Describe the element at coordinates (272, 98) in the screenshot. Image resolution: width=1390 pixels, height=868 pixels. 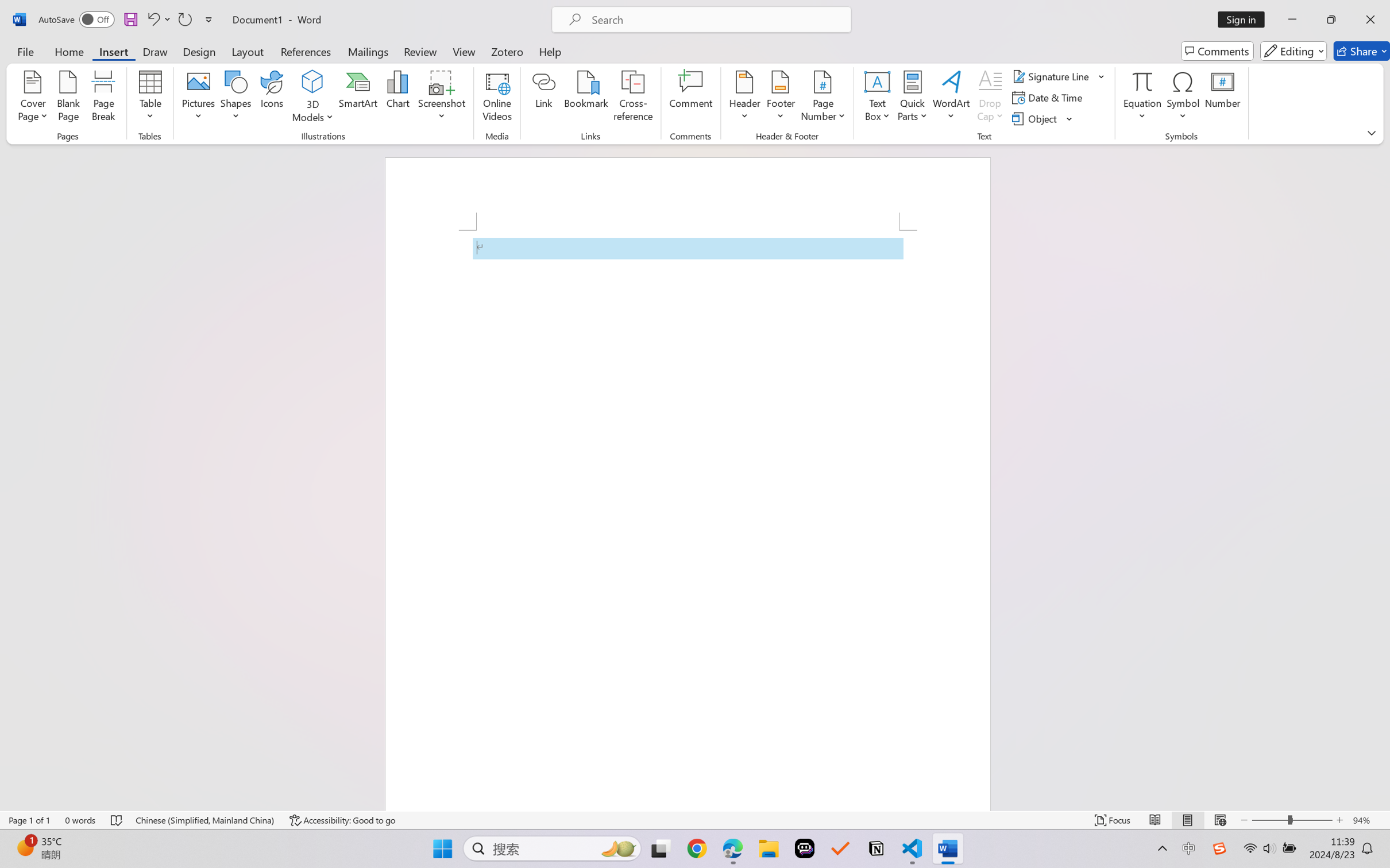
I see `'Icons'` at that location.